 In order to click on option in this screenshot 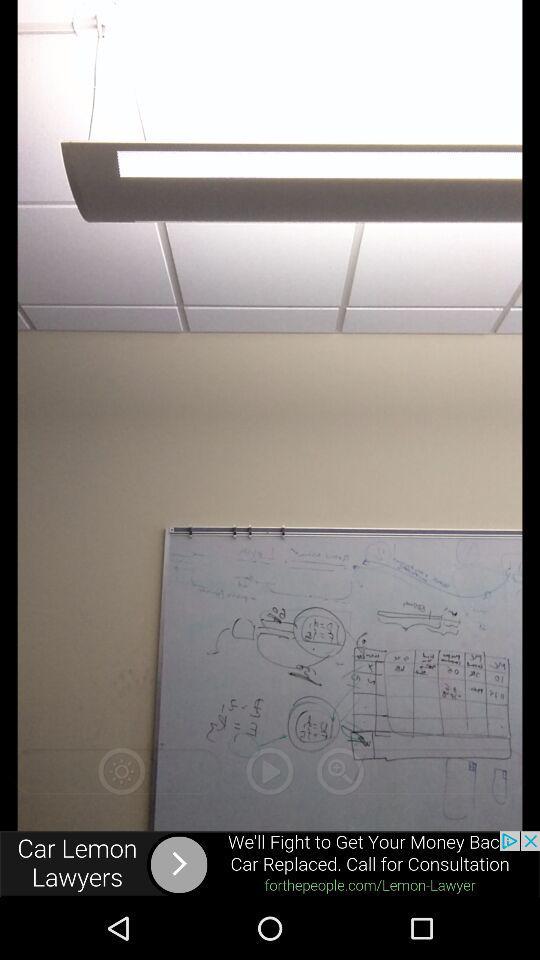, I will do `click(270, 770)`.